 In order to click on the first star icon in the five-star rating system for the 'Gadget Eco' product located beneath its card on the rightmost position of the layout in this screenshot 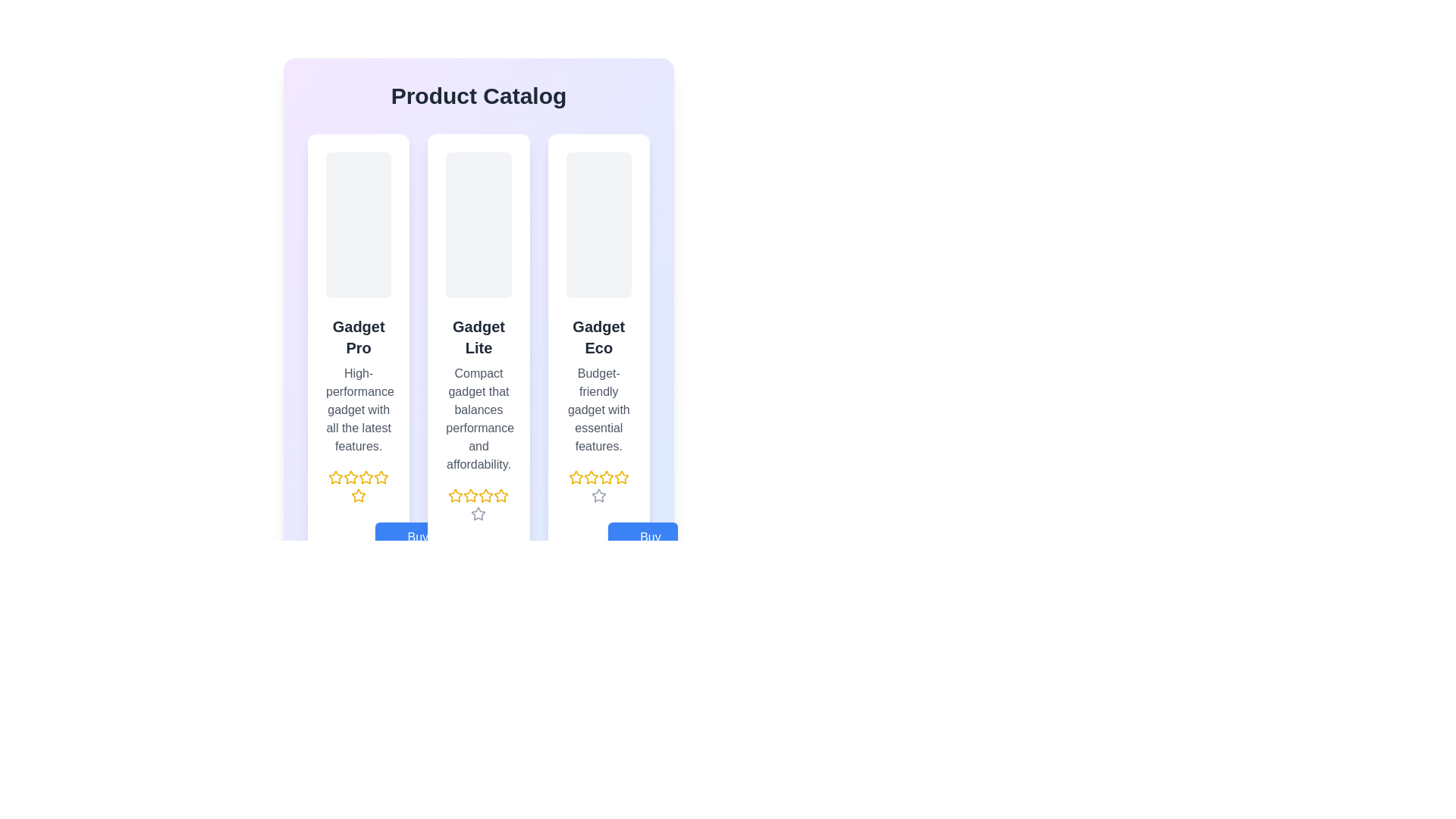, I will do `click(575, 476)`.